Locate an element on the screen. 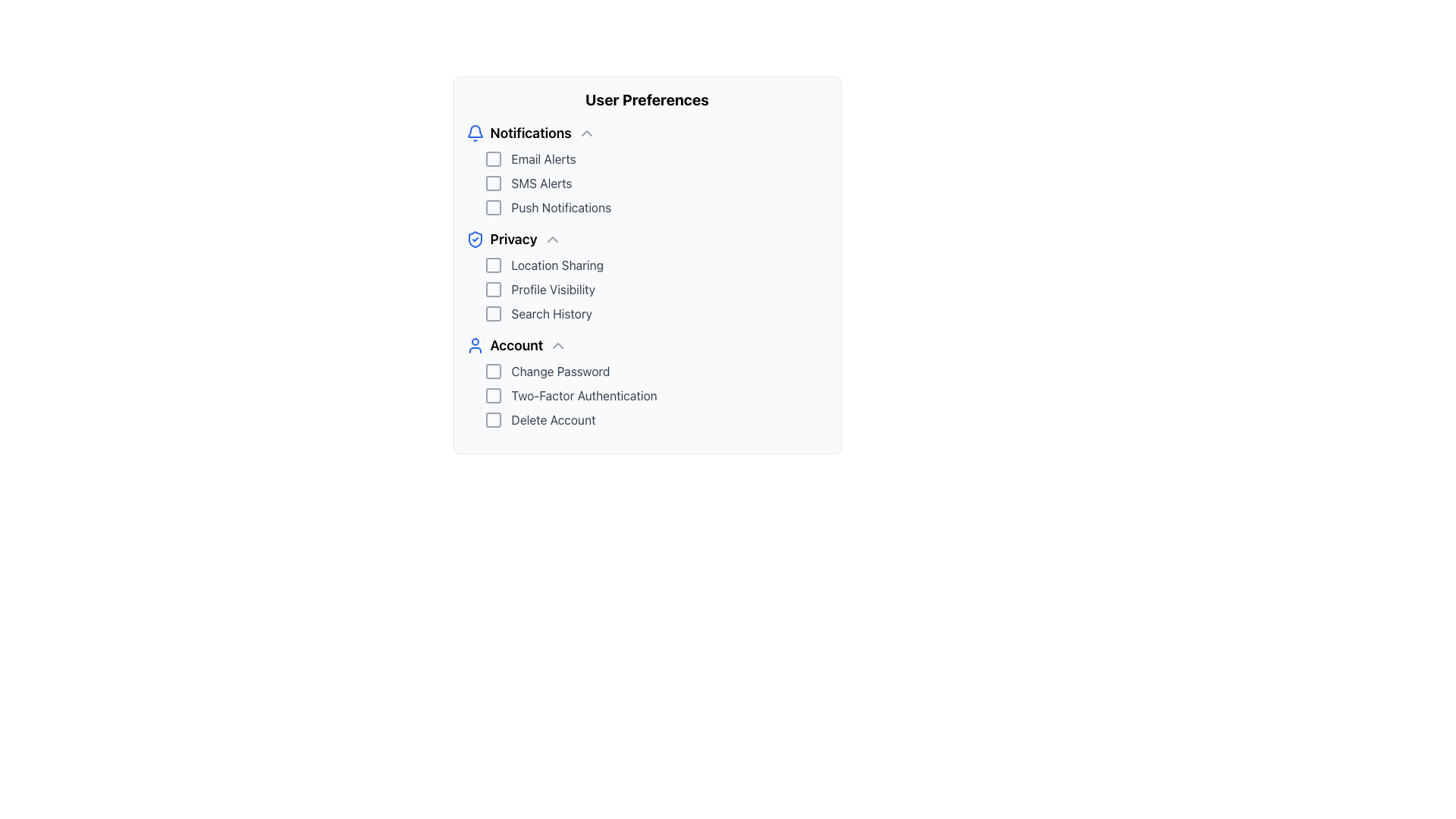  the checkbox located in the 'Privacy' section of the 'User Preferences' interface is located at coordinates (493, 312).